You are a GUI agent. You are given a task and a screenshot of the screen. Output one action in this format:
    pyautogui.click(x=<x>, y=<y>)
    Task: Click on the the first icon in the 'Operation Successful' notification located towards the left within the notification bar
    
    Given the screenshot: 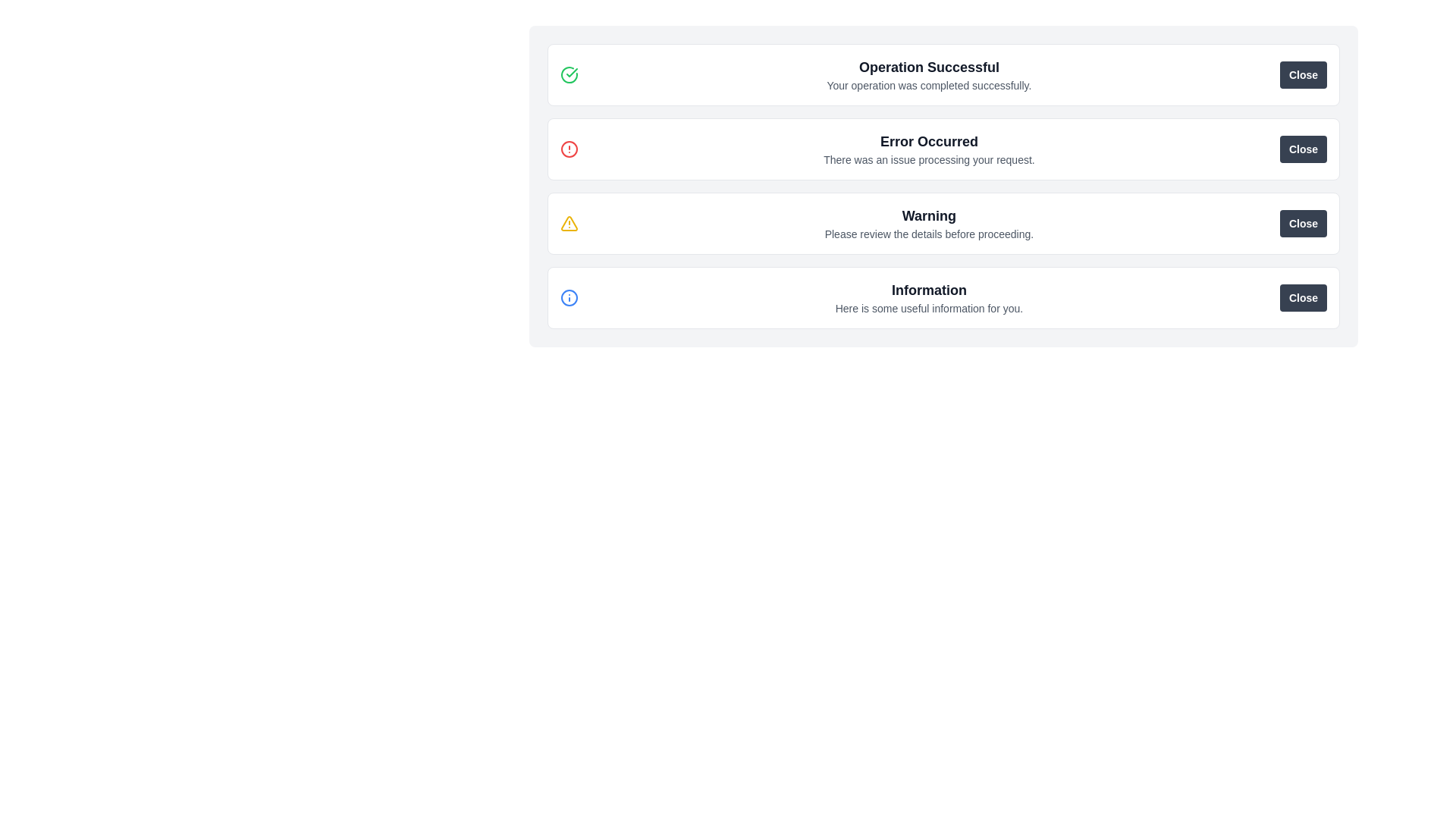 What is the action you would take?
    pyautogui.click(x=568, y=75)
    